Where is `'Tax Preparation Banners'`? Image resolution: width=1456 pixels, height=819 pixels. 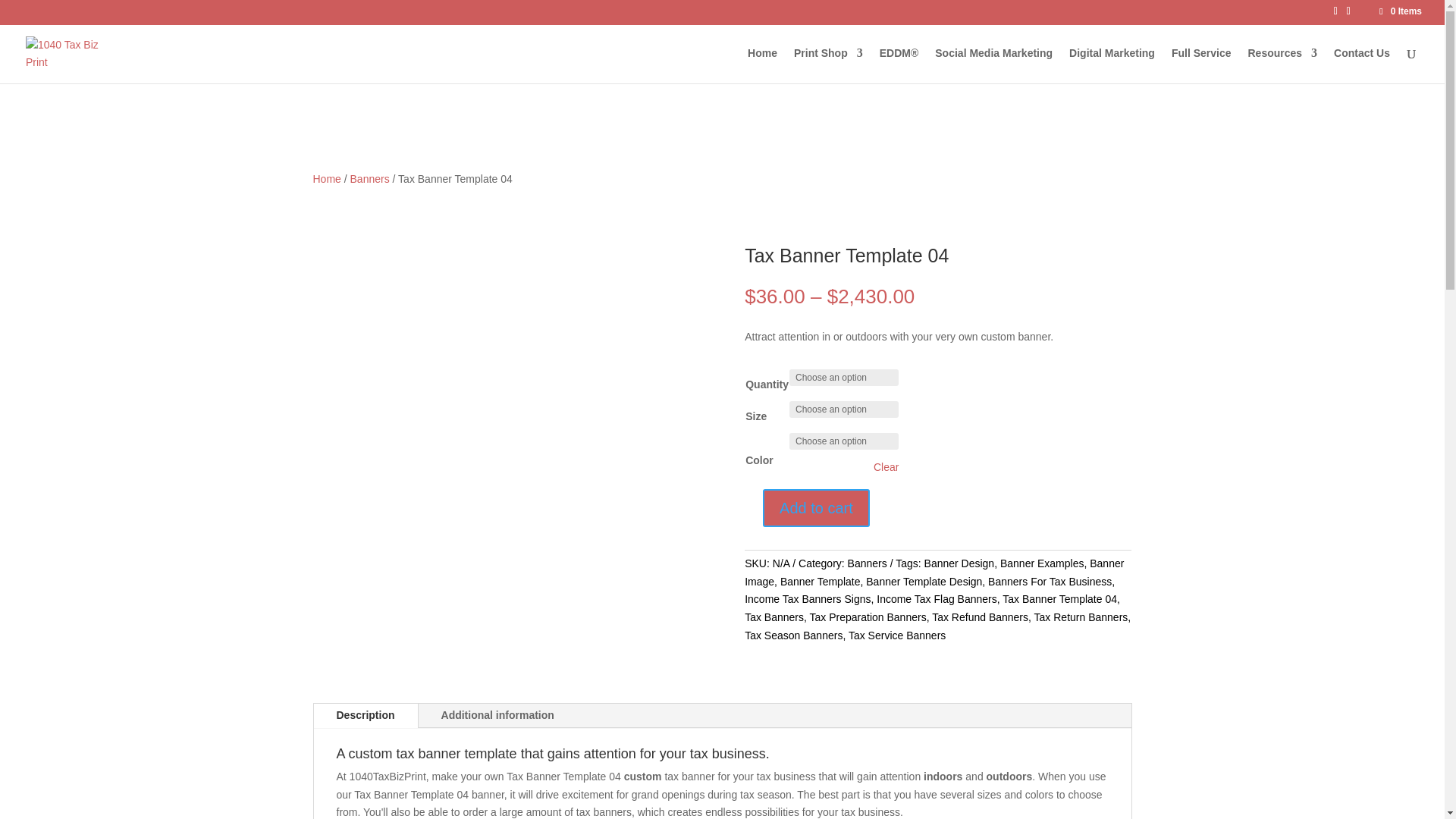
'Tax Preparation Banners' is located at coordinates (868, 617).